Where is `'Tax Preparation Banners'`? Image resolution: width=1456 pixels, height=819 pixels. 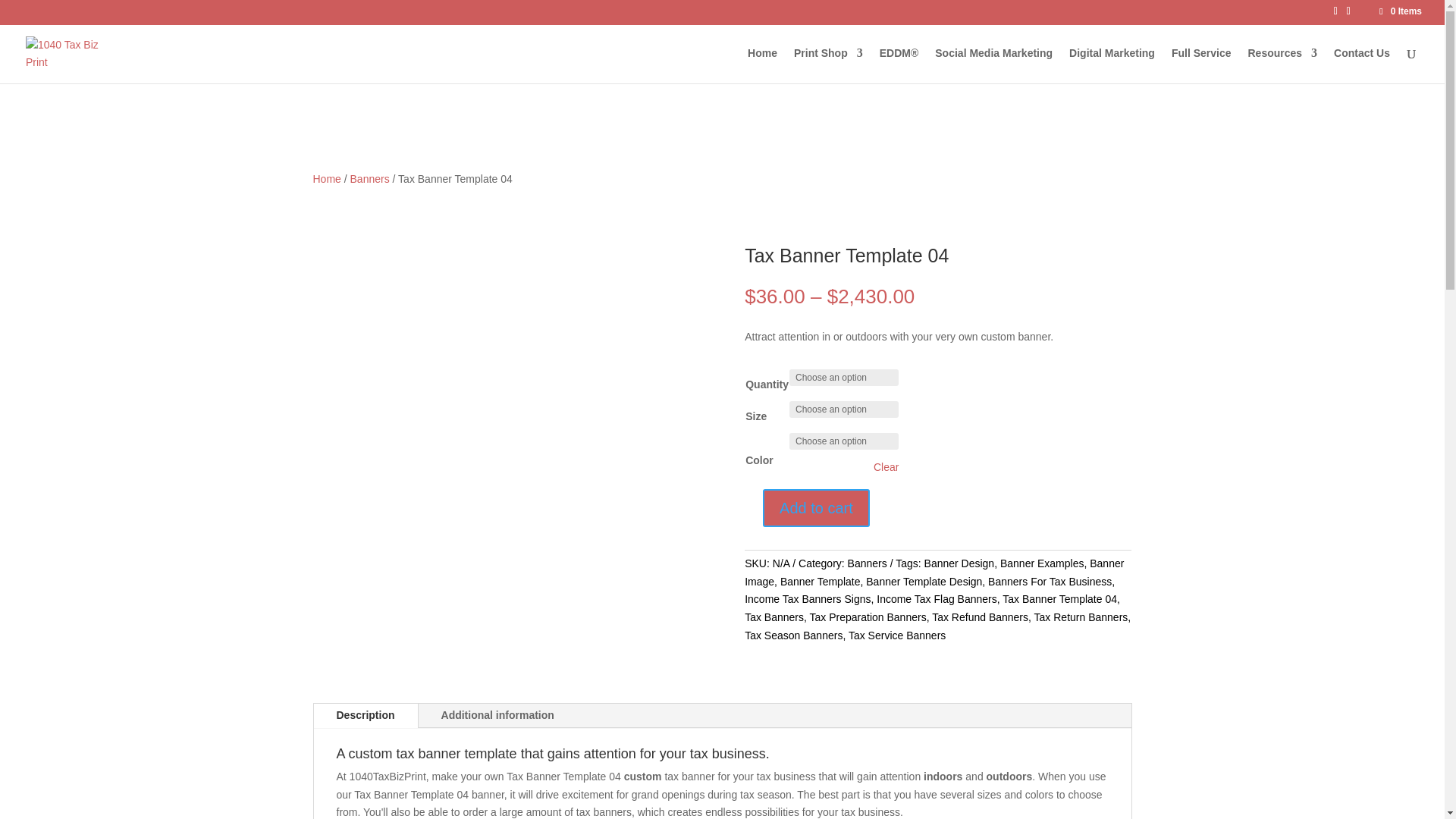
'Tax Preparation Banners' is located at coordinates (868, 617).